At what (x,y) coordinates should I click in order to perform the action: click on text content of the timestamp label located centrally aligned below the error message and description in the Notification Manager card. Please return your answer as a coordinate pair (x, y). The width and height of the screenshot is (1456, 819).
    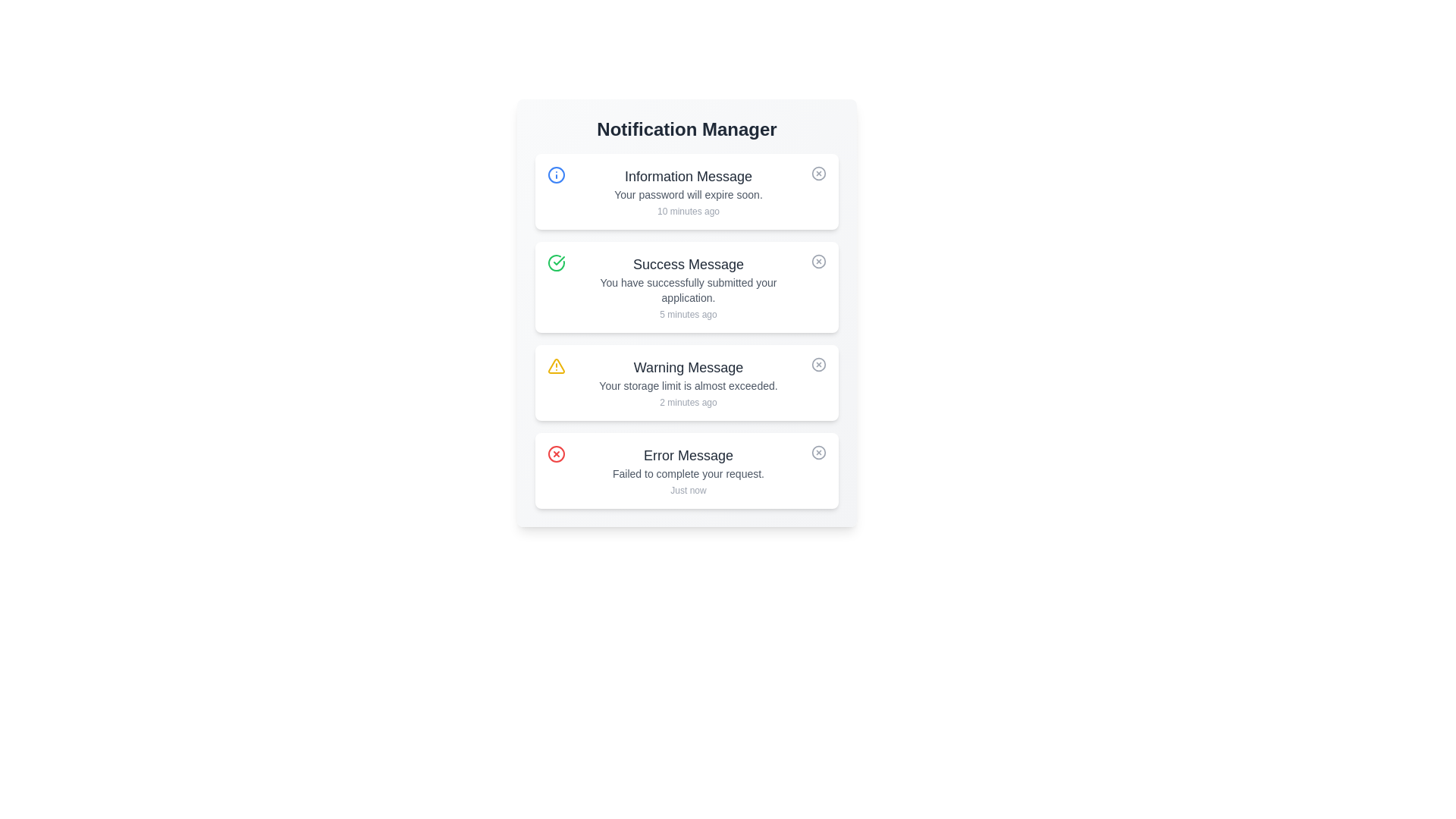
    Looking at the image, I should click on (687, 491).